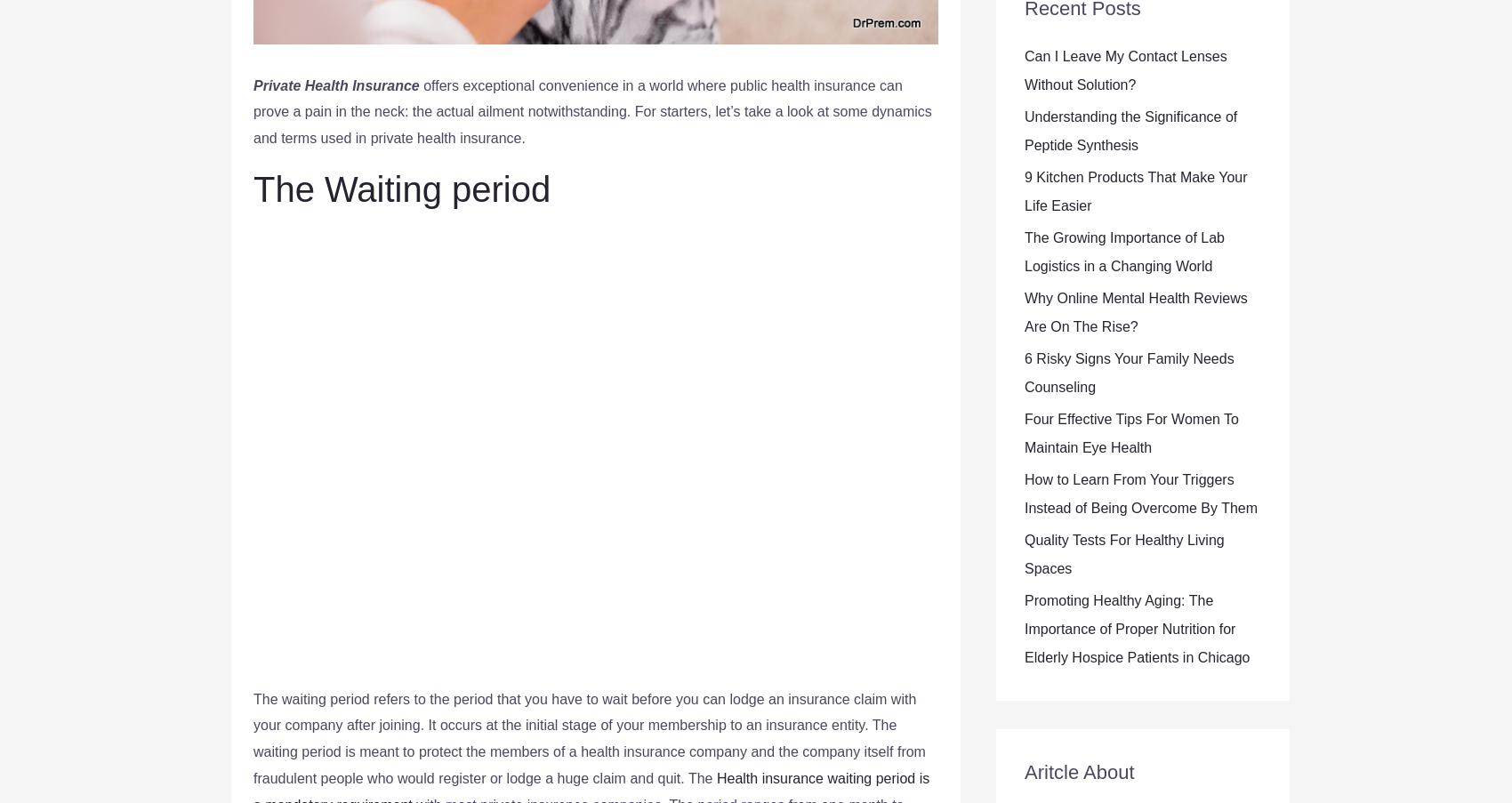 The width and height of the screenshot is (1512, 803). I want to click on 'Can I Leave My Contact Lenses Without Solution?', so click(1024, 70).